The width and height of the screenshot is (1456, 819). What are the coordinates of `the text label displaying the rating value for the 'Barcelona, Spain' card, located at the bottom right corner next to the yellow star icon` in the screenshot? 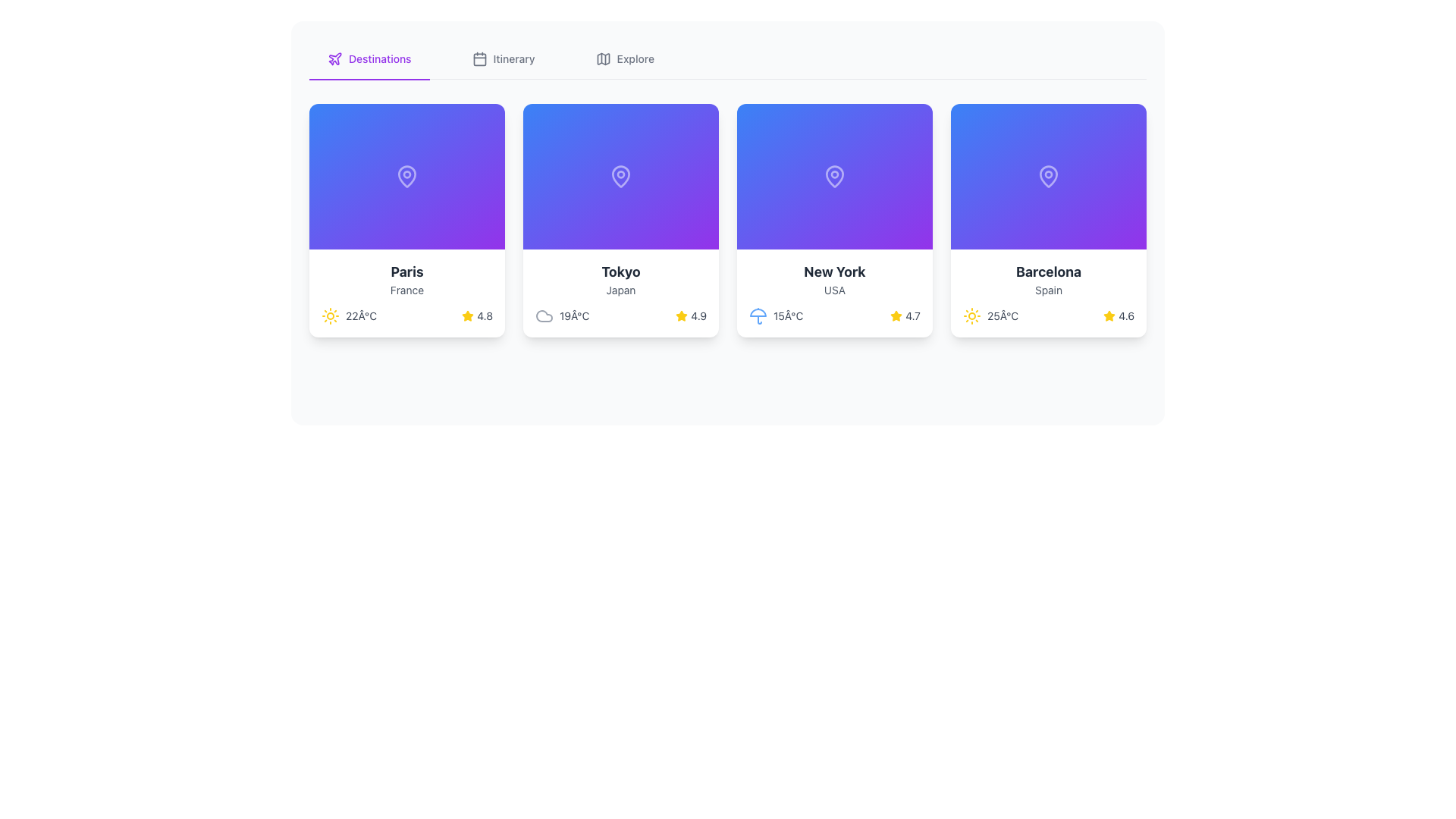 It's located at (1126, 315).